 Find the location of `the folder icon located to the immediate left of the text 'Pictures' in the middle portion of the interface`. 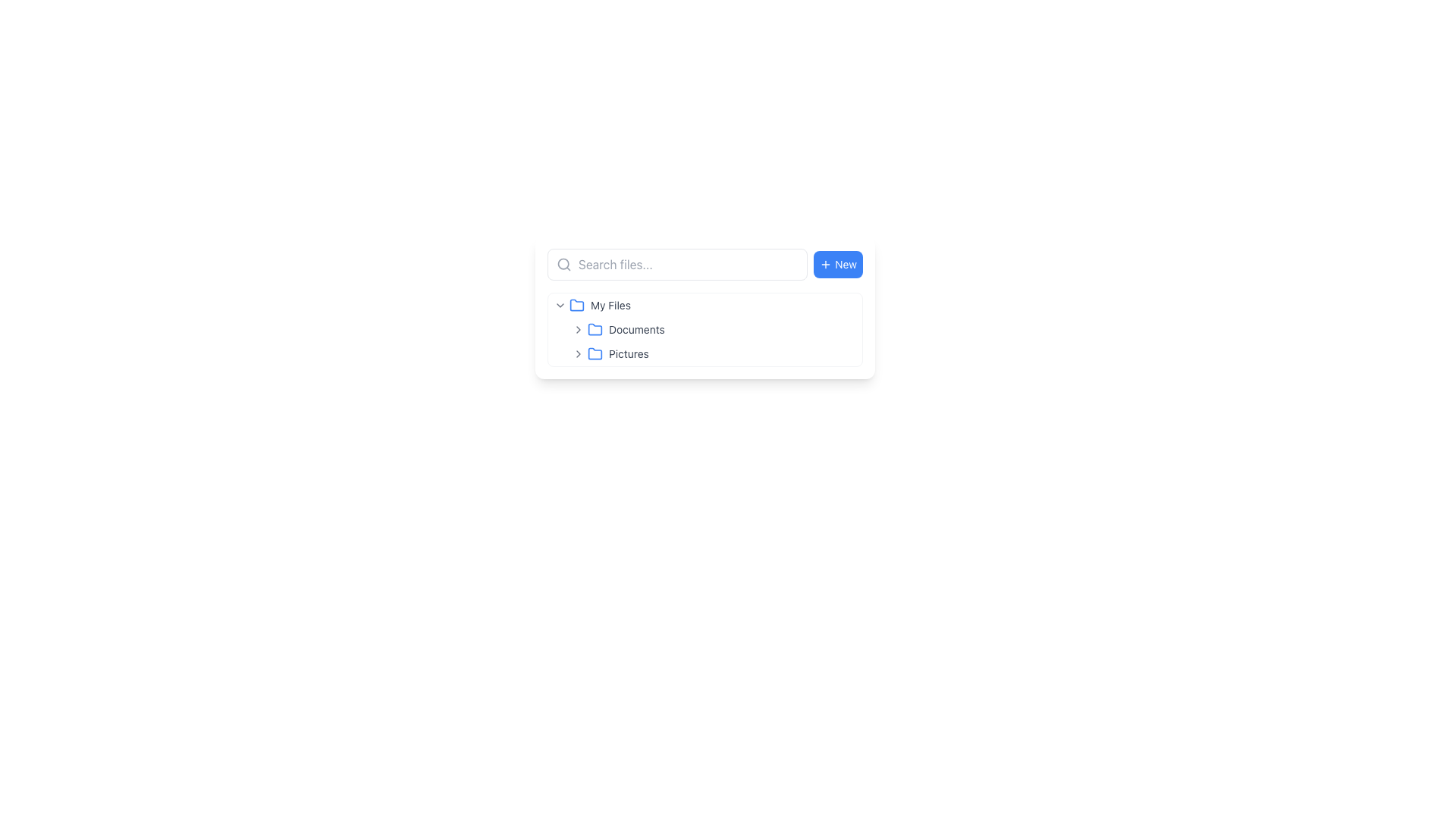

the folder icon located to the immediate left of the text 'Pictures' in the middle portion of the interface is located at coordinates (595, 353).